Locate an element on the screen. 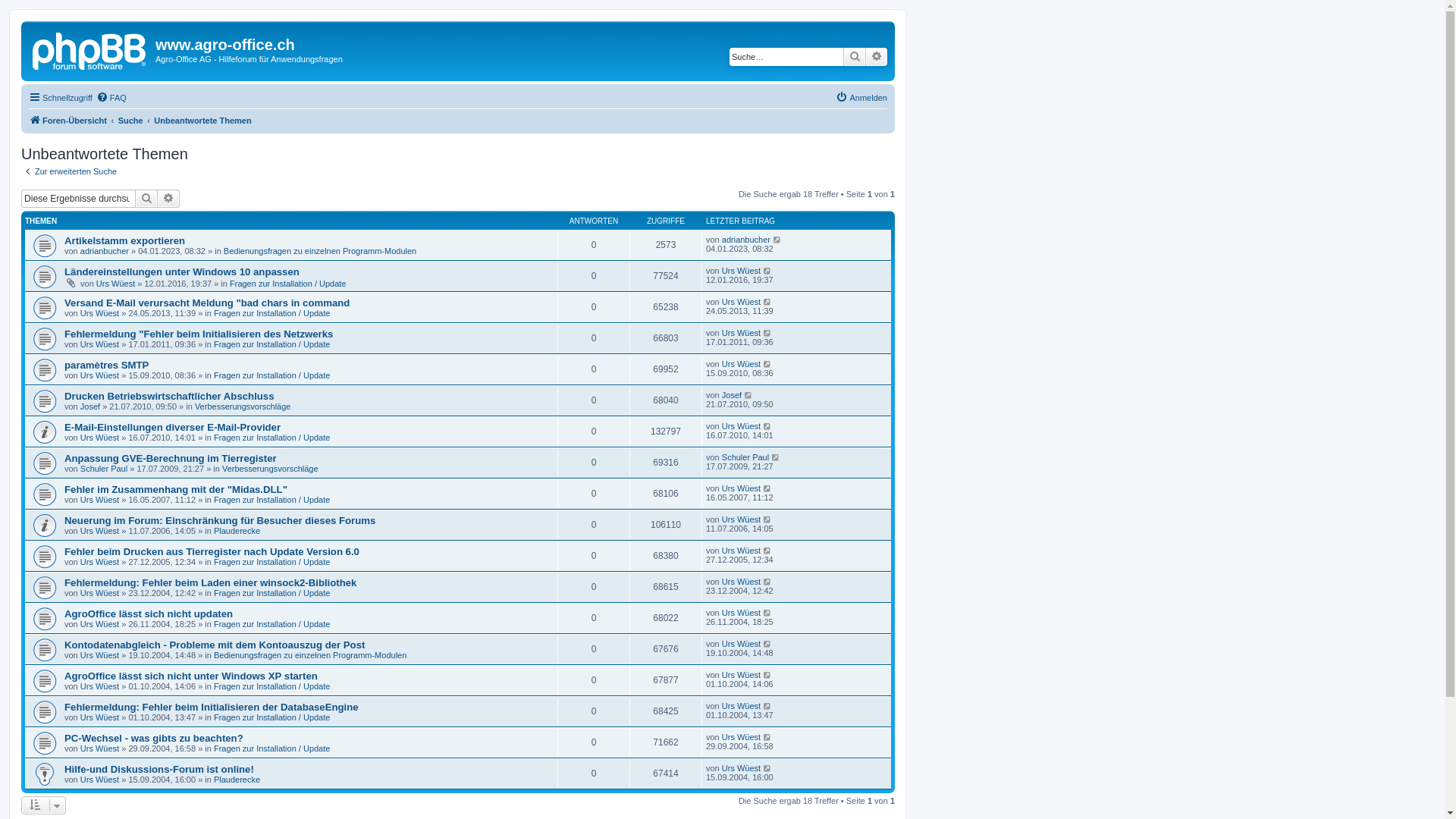  'Gehe zum letzten Beitrag' is located at coordinates (763, 363).